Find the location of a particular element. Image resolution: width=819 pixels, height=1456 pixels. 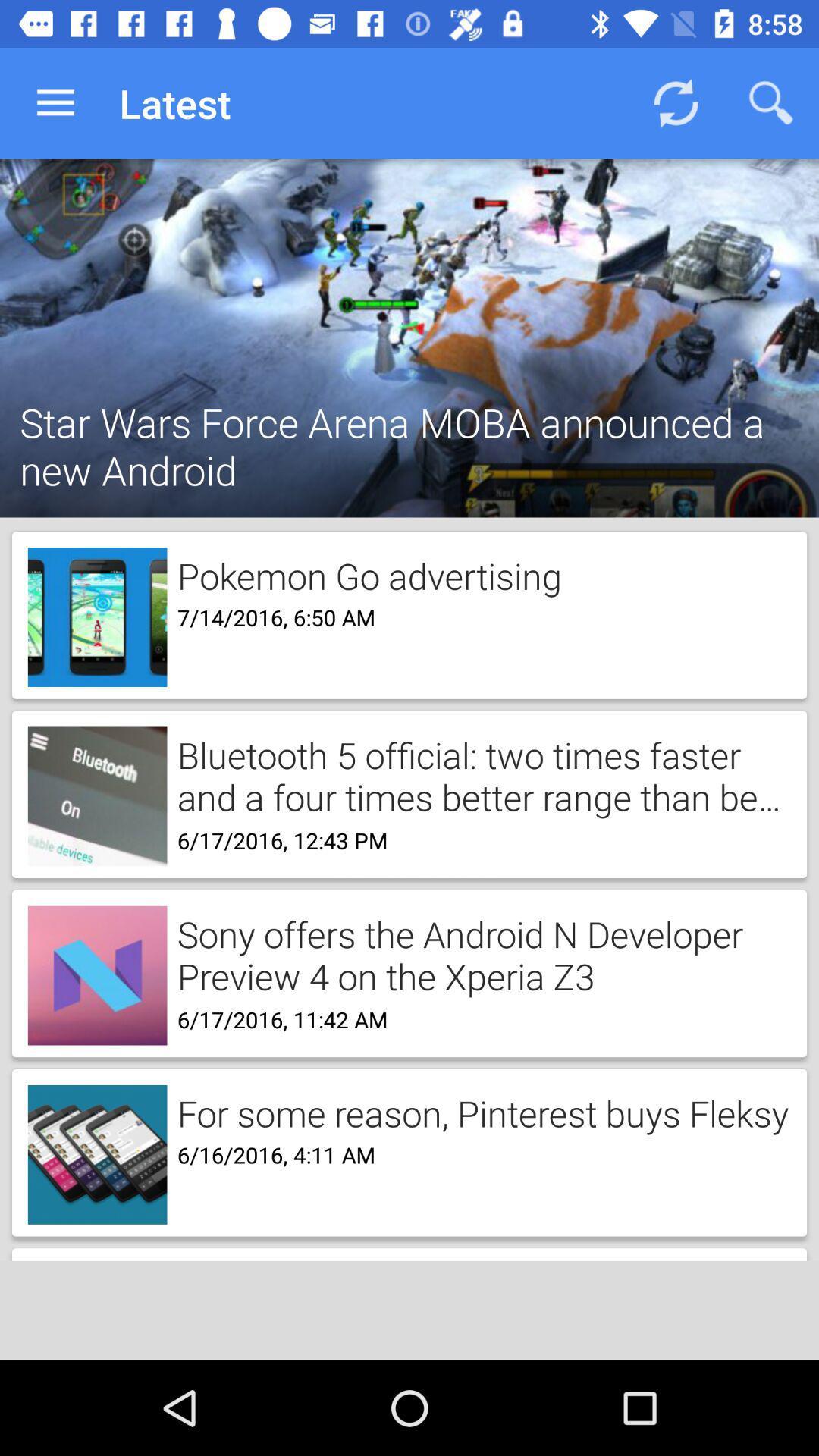

the 7 14 2016 is located at coordinates (270, 616).